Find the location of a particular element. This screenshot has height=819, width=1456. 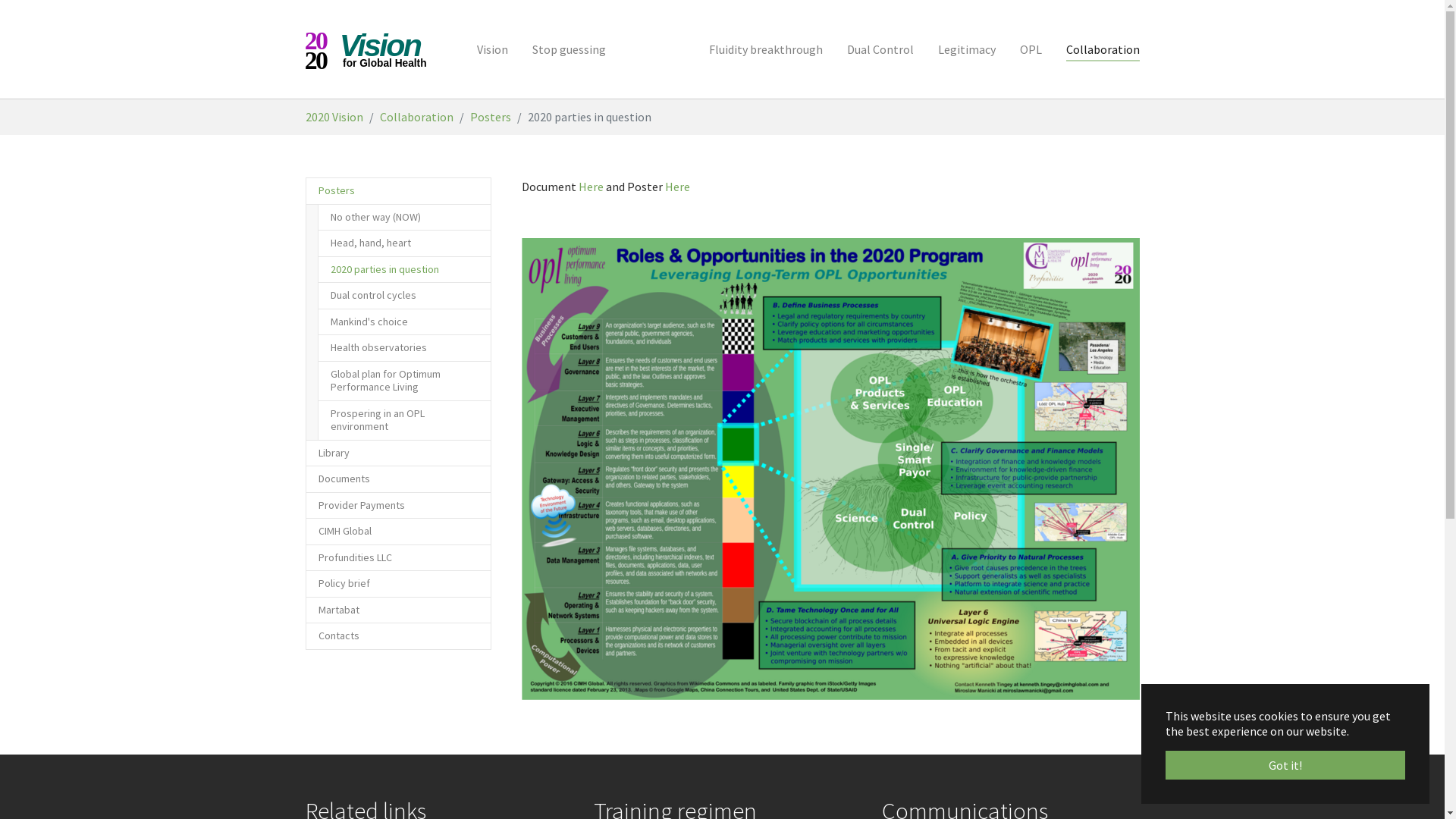

'Library' is located at coordinates (397, 452).